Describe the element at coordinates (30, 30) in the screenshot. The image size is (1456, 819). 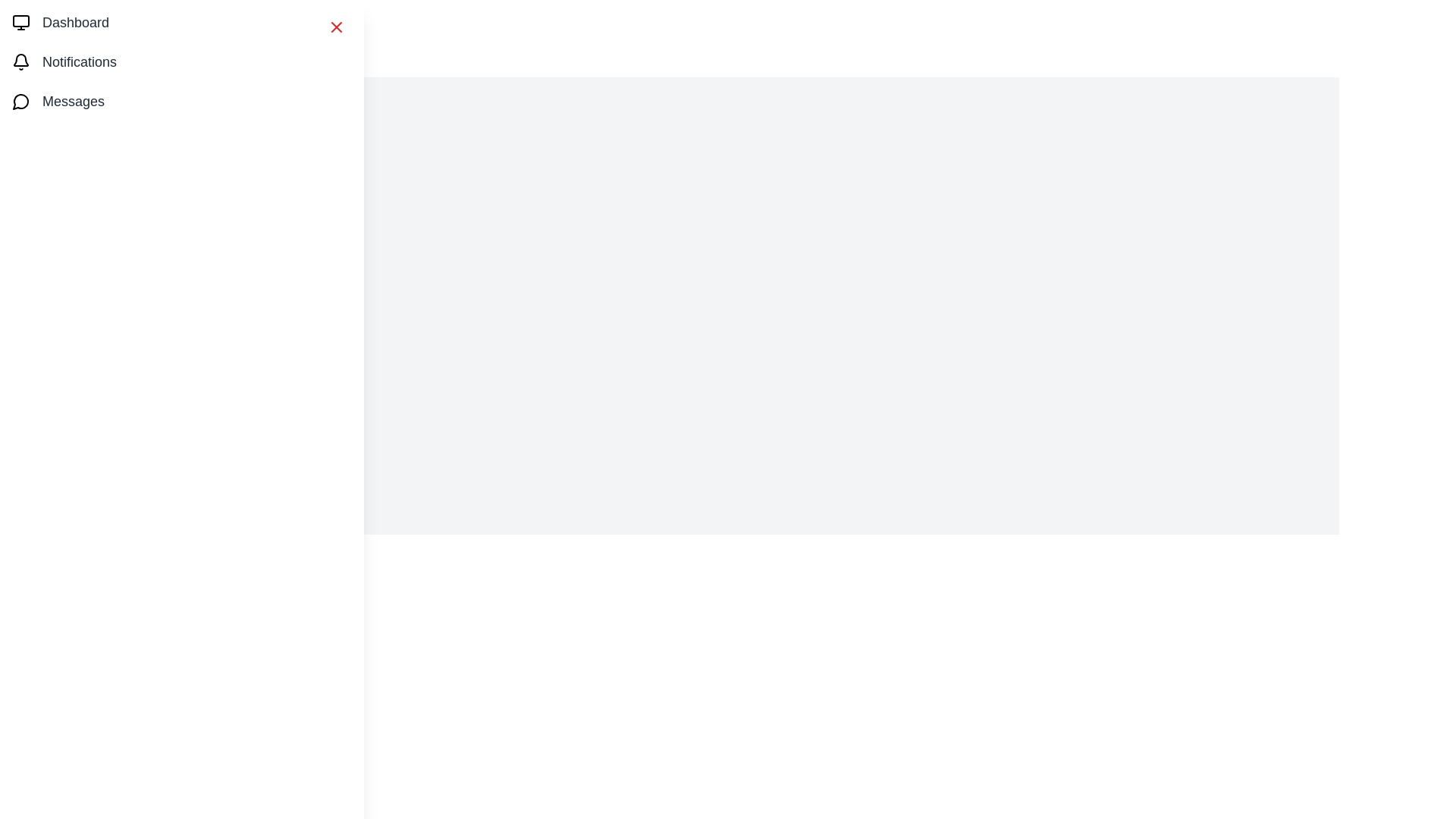
I see `the menu button to open the drawer` at that location.